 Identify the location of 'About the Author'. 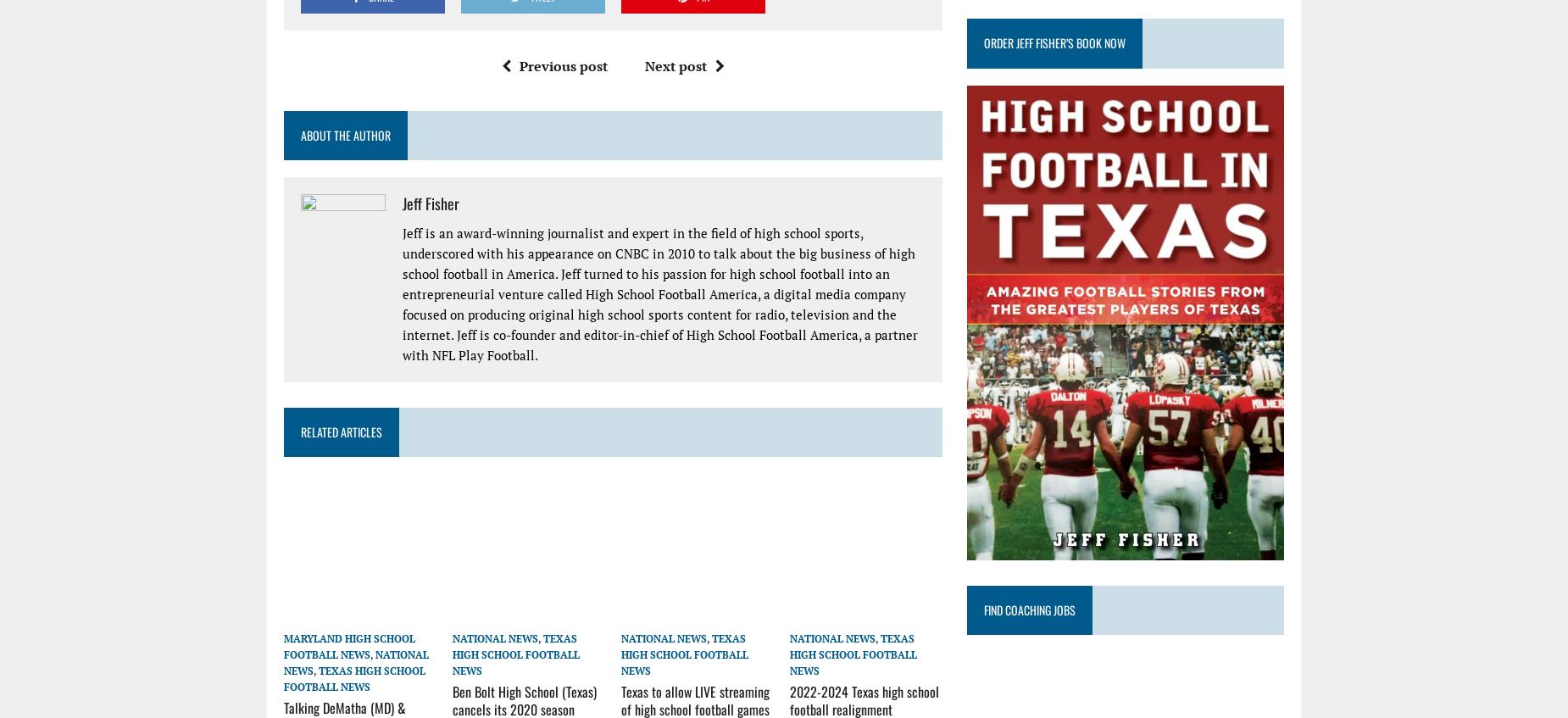
(344, 134).